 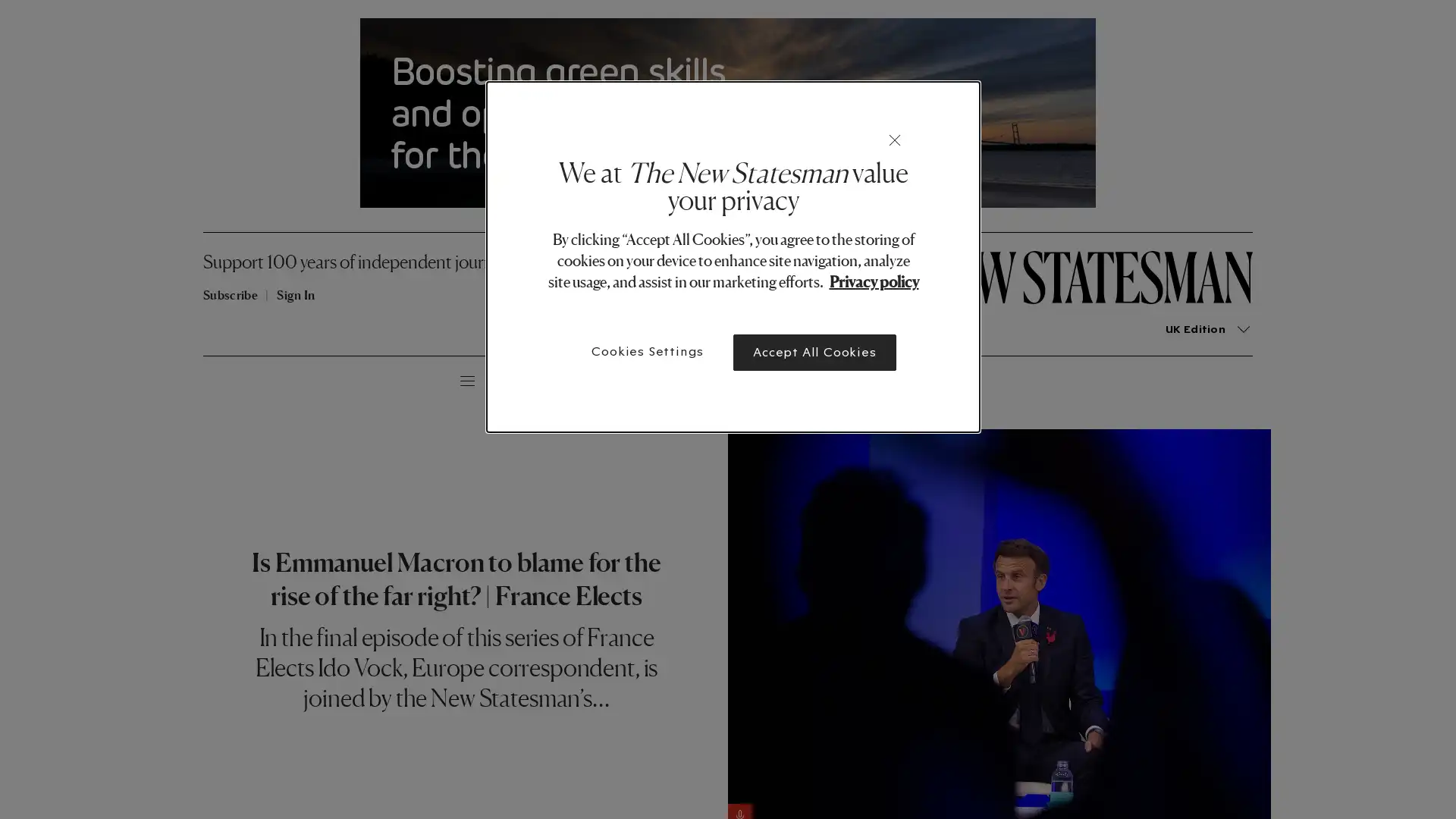 What do you see at coordinates (648, 351) in the screenshot?
I see `Cookies Settings` at bounding box center [648, 351].